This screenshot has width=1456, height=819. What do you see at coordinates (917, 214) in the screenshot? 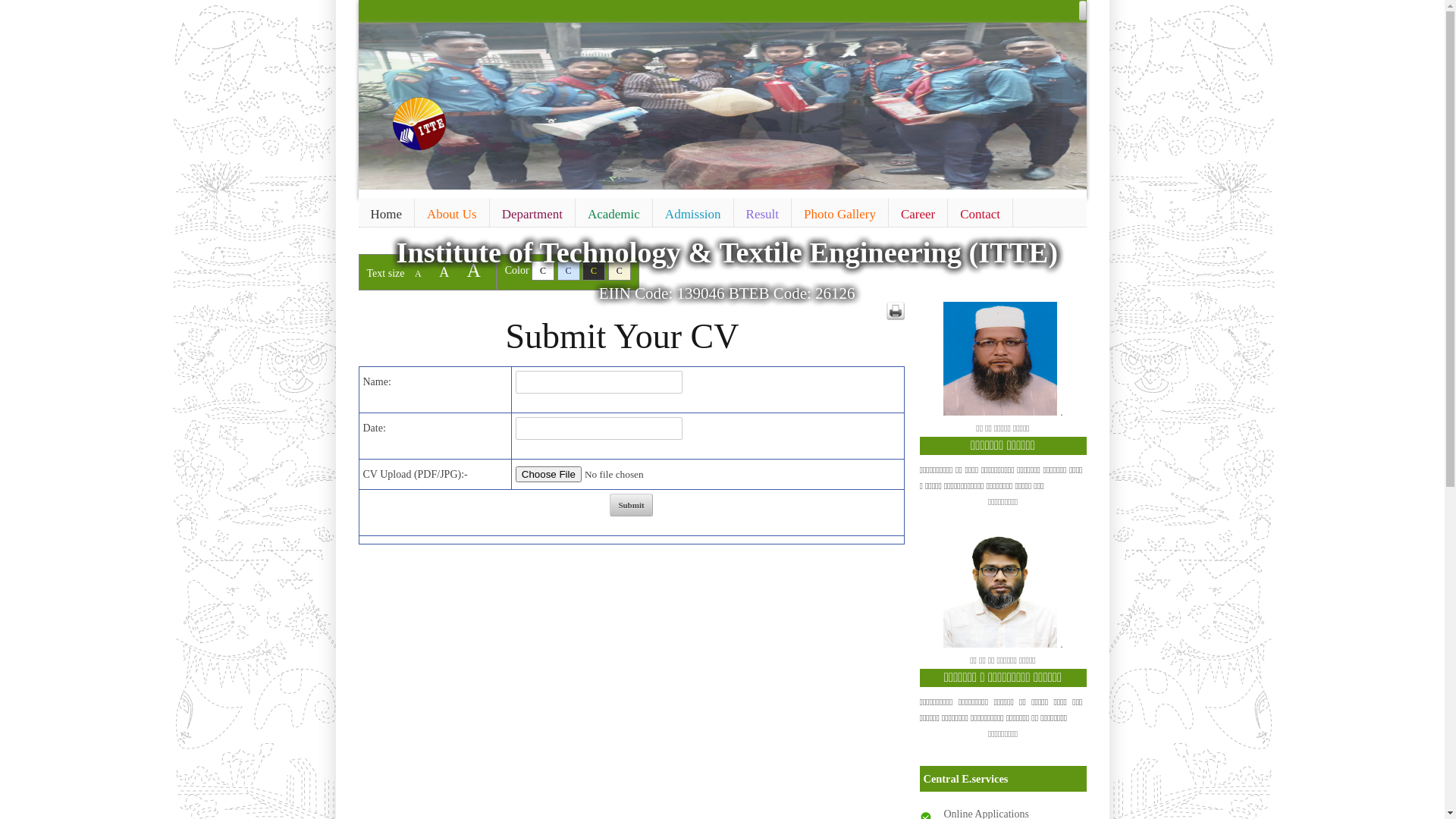
I see `'Career'` at bounding box center [917, 214].